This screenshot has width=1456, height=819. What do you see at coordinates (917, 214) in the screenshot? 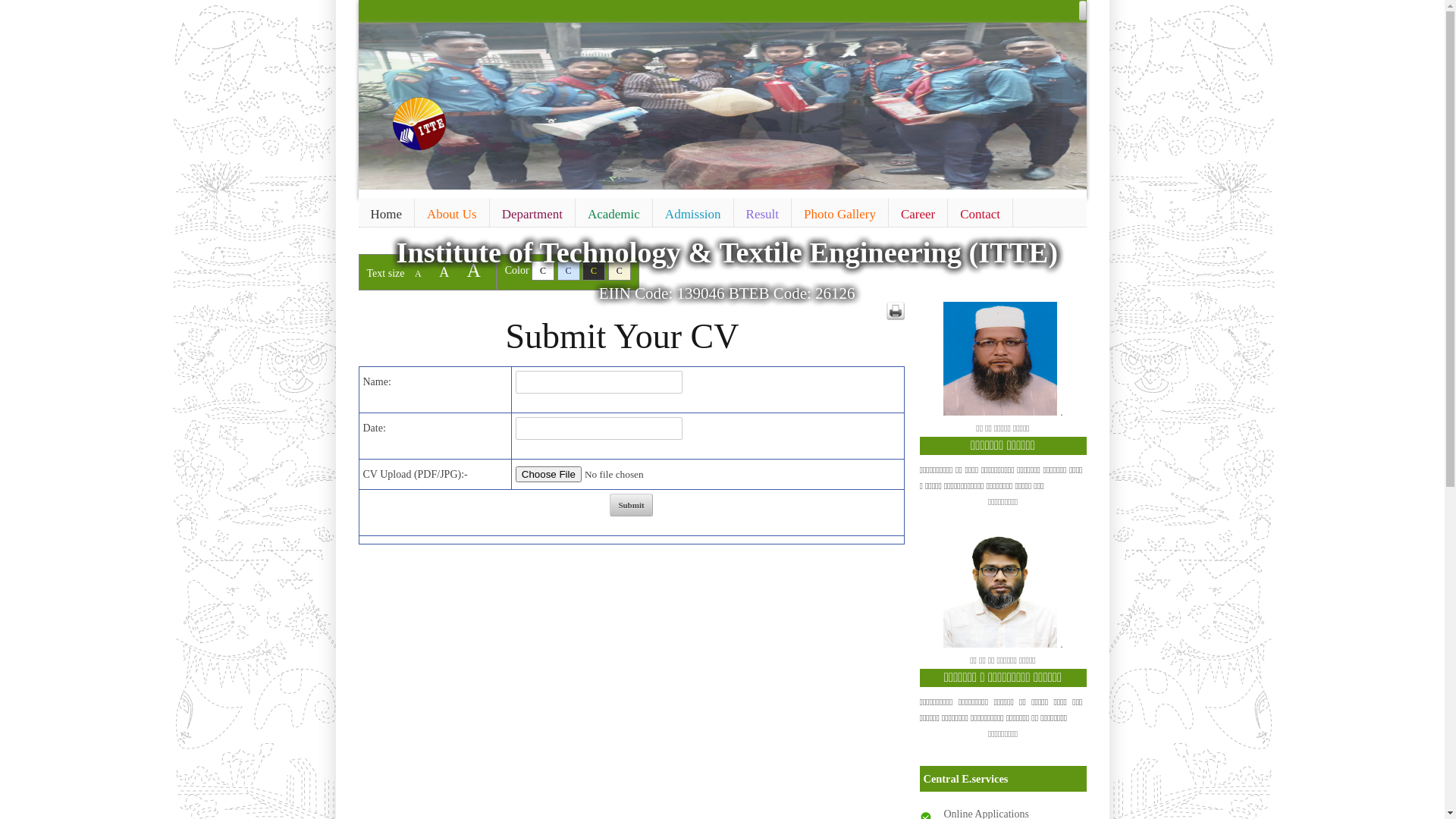
I see `'Career'` at bounding box center [917, 214].